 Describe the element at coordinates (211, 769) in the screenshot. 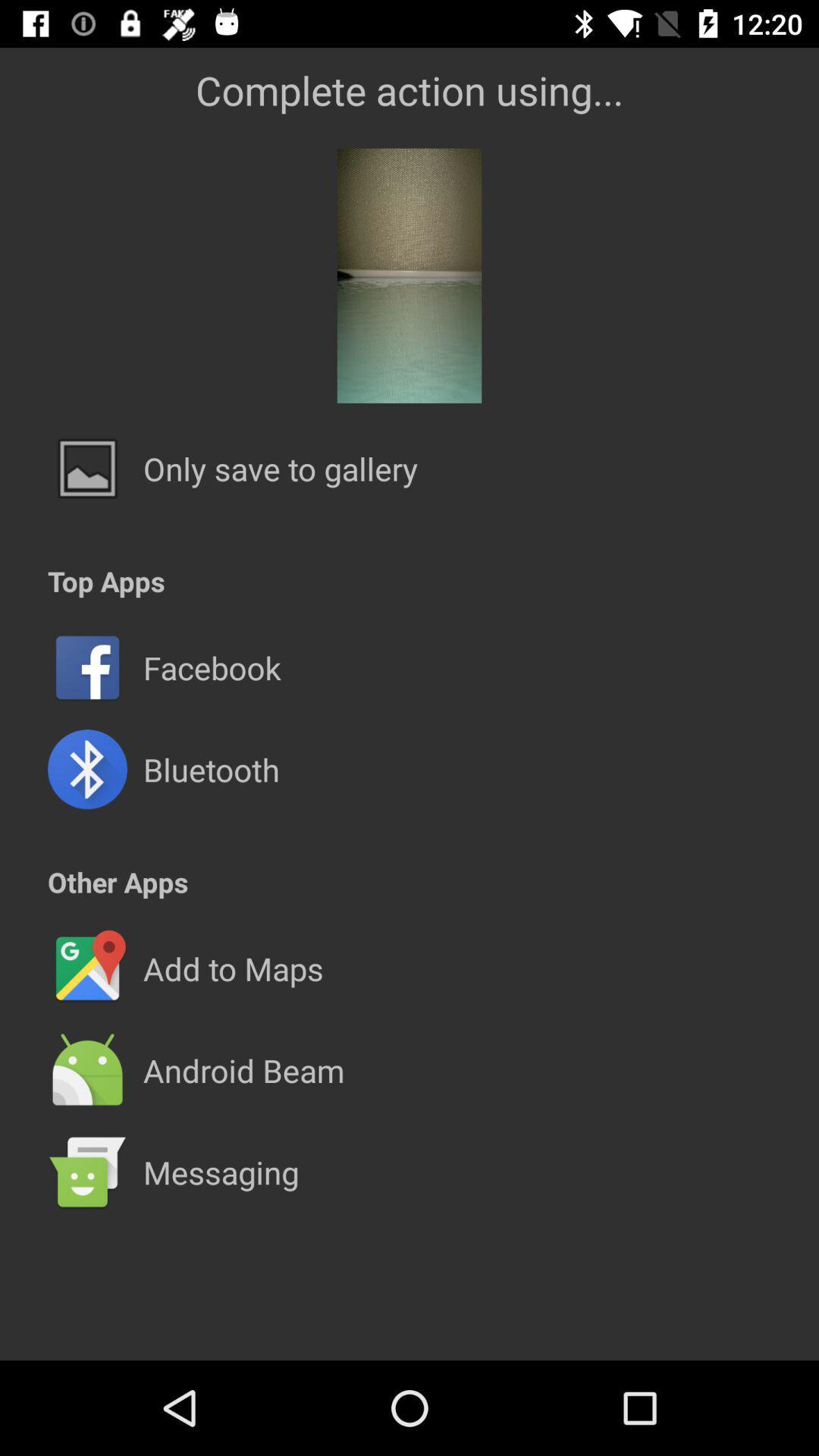

I see `the bluetooth app` at that location.